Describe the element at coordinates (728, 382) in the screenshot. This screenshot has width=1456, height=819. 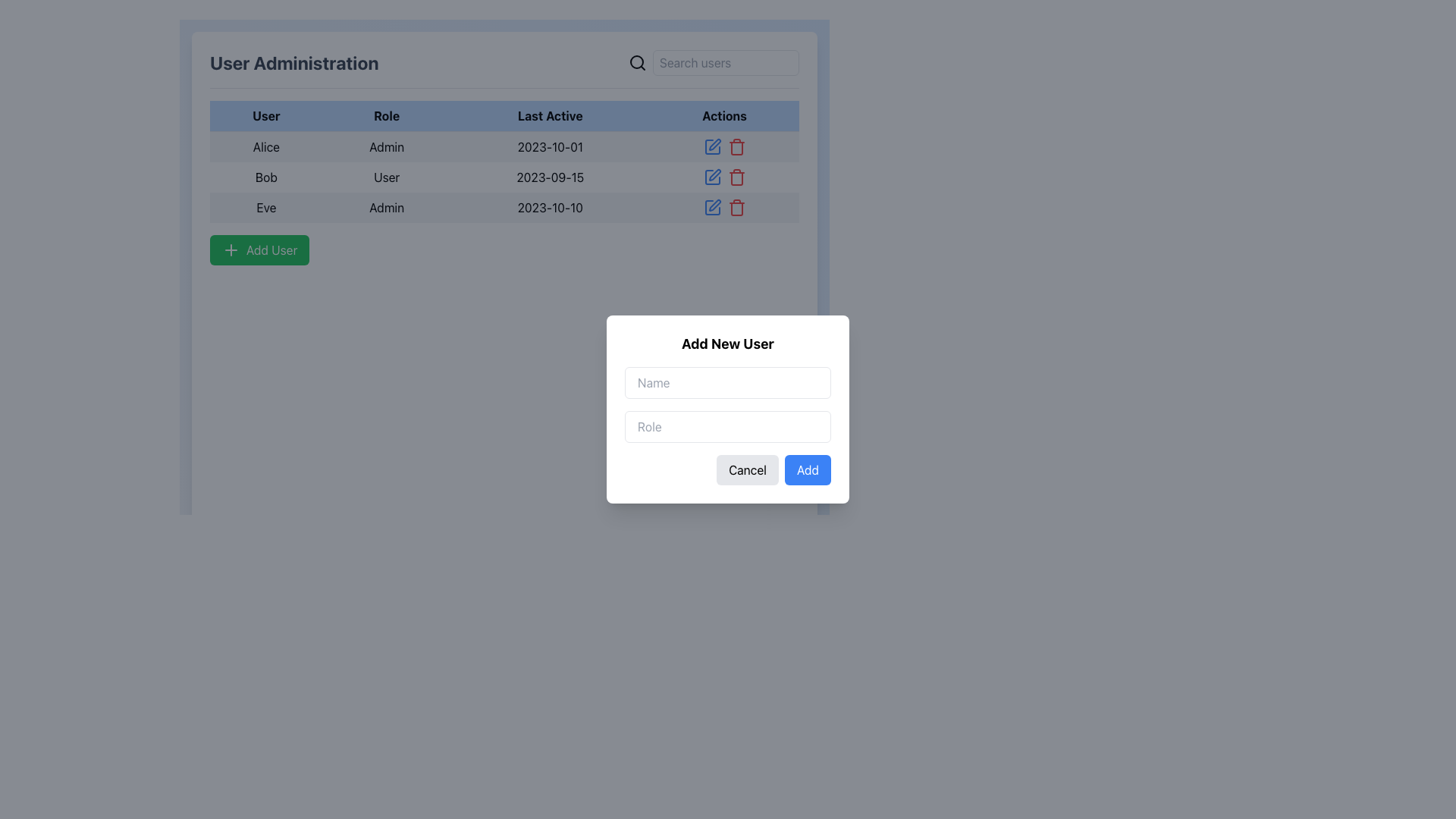
I see `the rectangular input field labeled 'Name'` at that location.